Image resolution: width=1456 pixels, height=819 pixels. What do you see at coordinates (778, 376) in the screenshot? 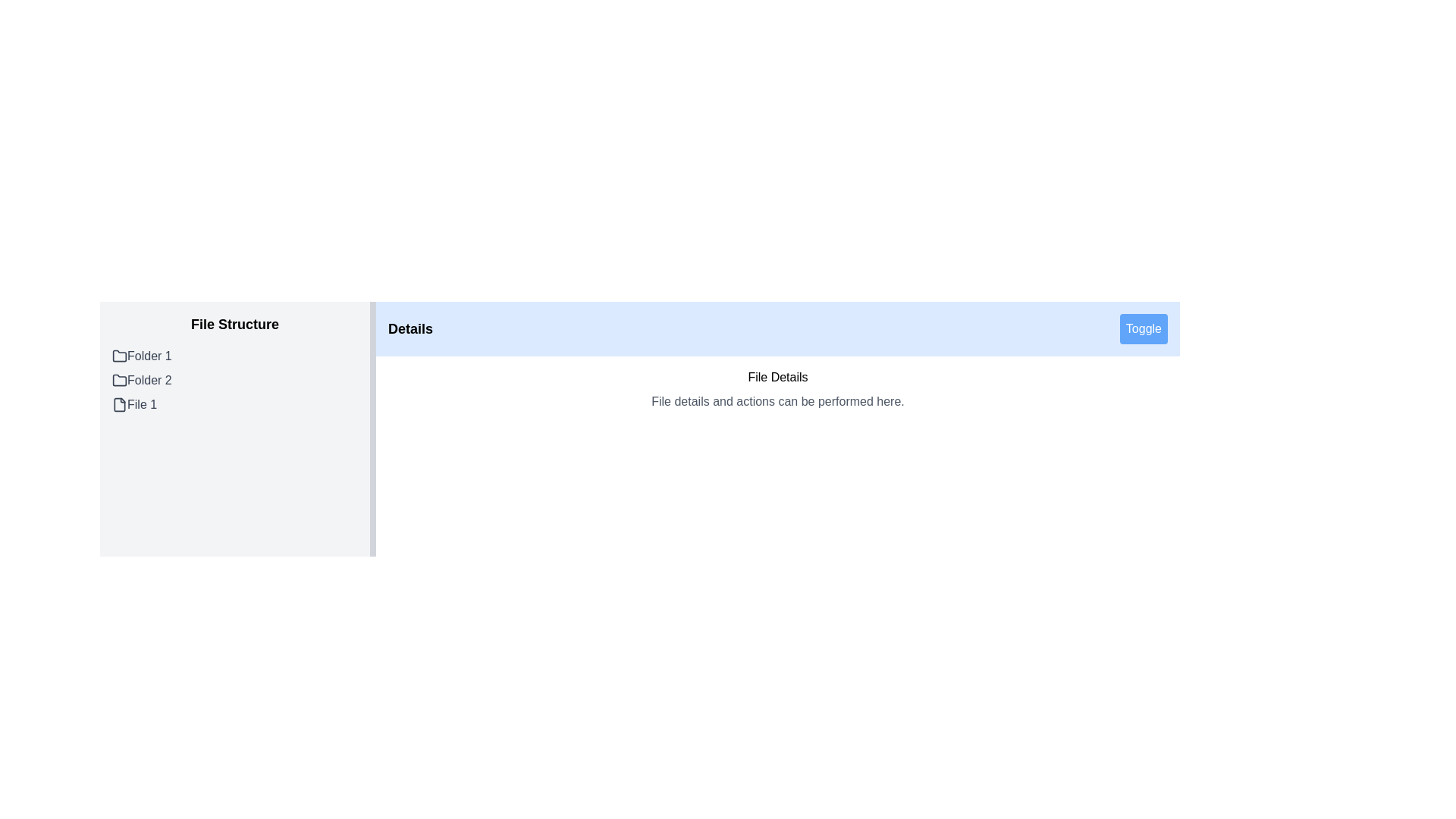
I see `the text 'File Details' which is prominently displayed in a medium-sized black font near the top of its section` at bounding box center [778, 376].